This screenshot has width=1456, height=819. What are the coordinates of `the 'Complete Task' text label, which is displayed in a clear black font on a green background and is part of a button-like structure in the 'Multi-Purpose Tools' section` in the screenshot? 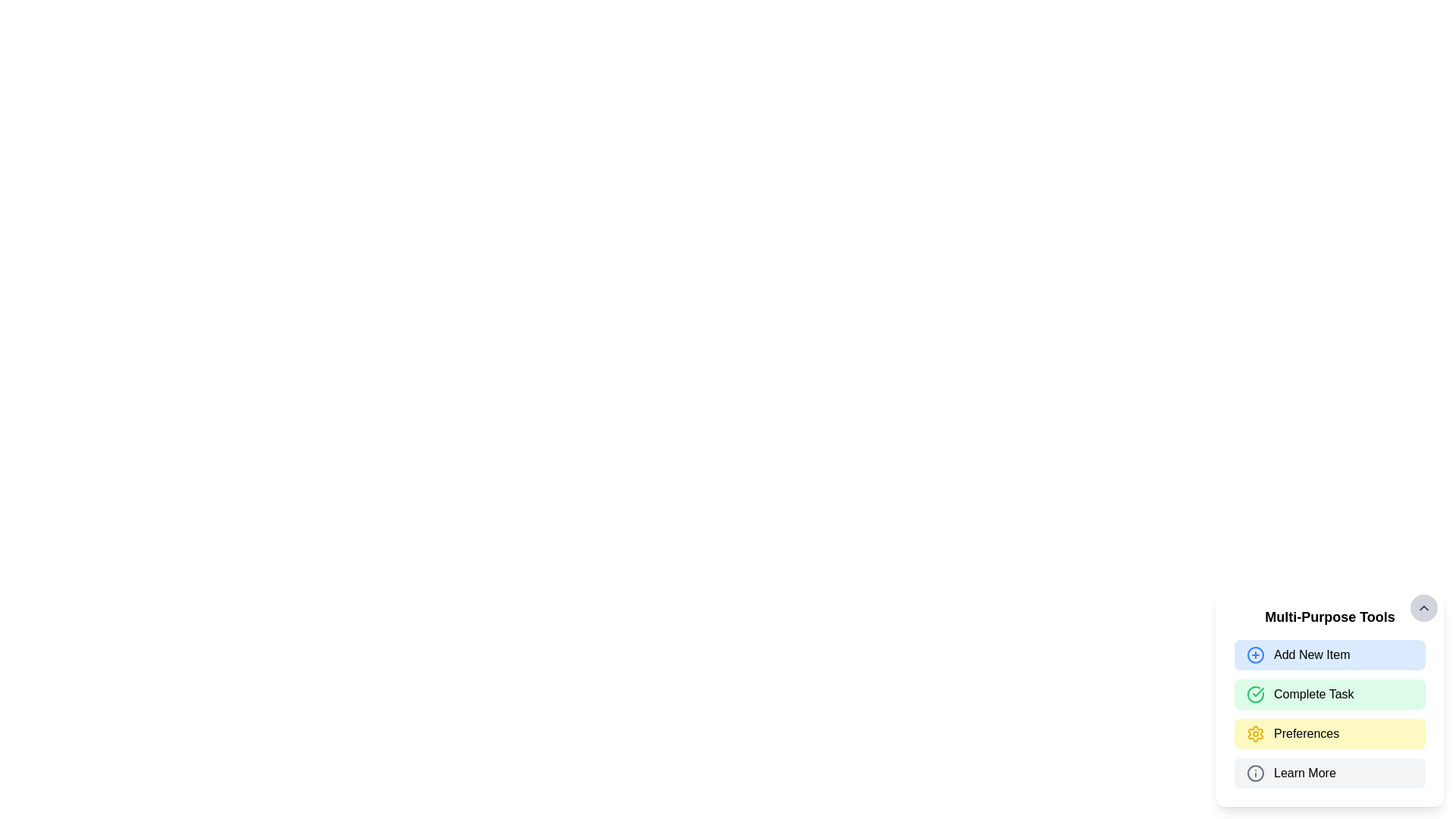 It's located at (1313, 694).